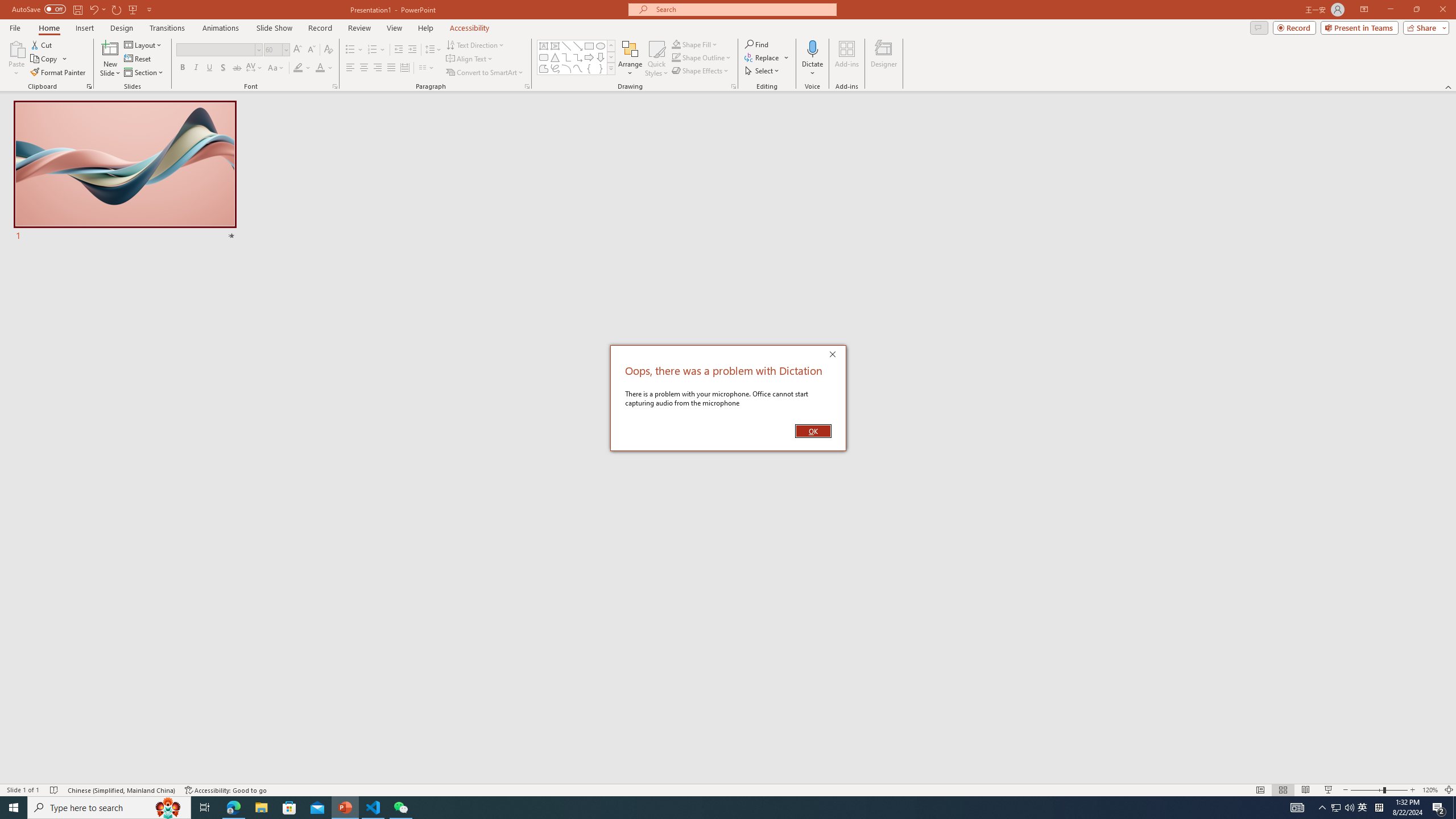  What do you see at coordinates (676, 44) in the screenshot?
I see `'Shape Fill Orange, Accent 2'` at bounding box center [676, 44].